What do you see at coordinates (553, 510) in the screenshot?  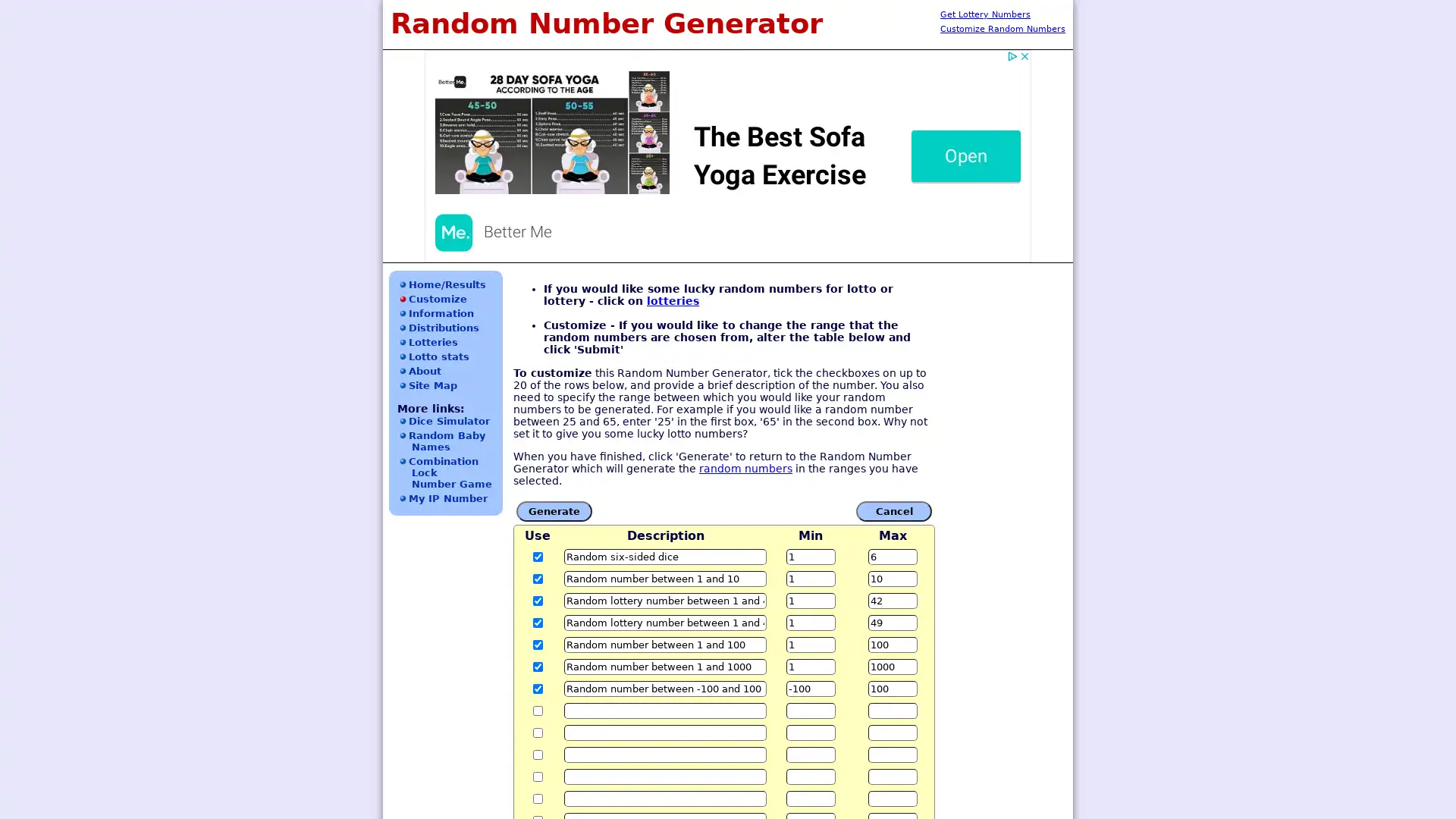 I see `Generate` at bounding box center [553, 510].